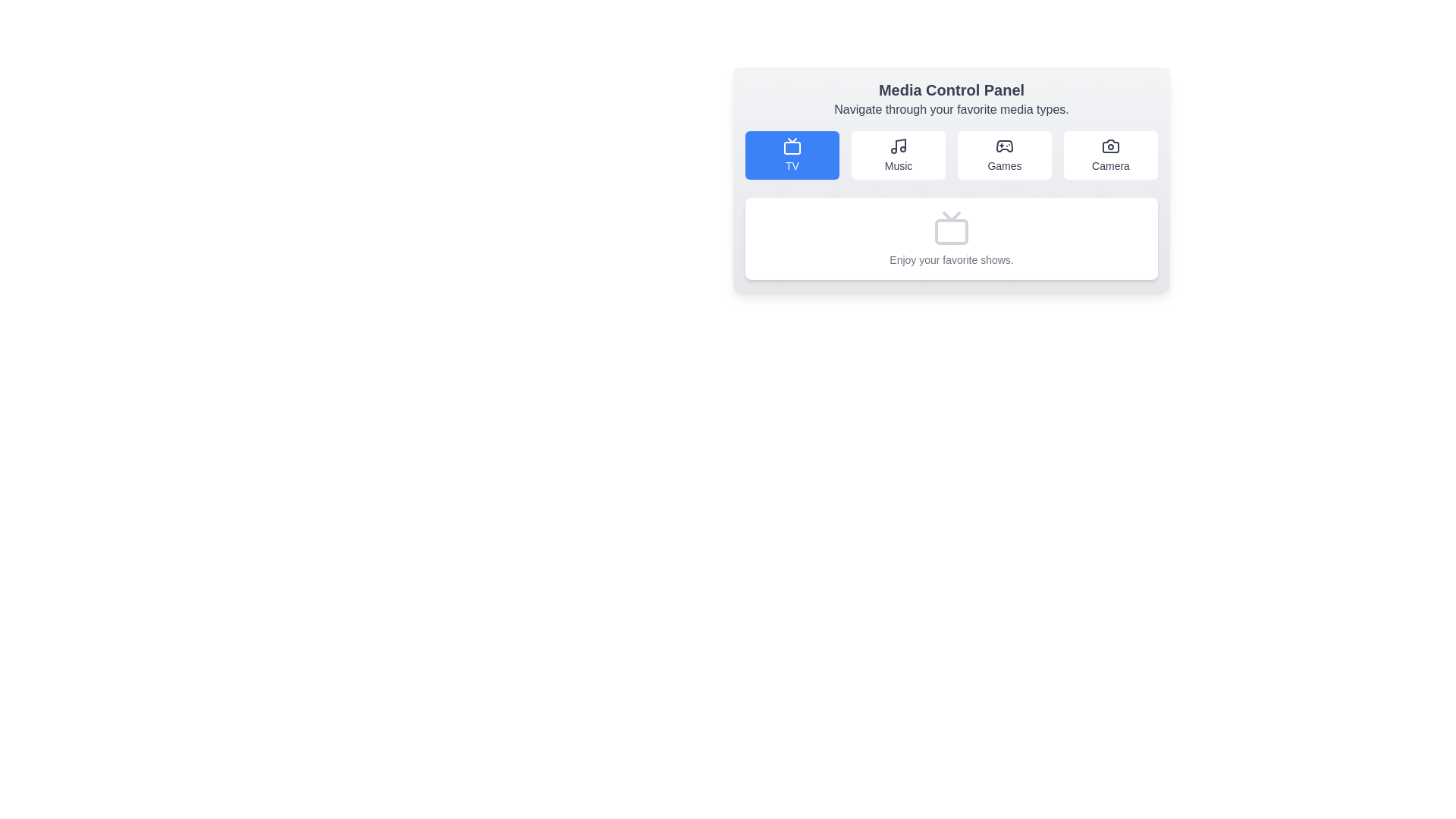 The image size is (1456, 819). I want to click on the decorative graphical element representing the music icon, which is centrally located within the 'Music' button, so click(901, 145).